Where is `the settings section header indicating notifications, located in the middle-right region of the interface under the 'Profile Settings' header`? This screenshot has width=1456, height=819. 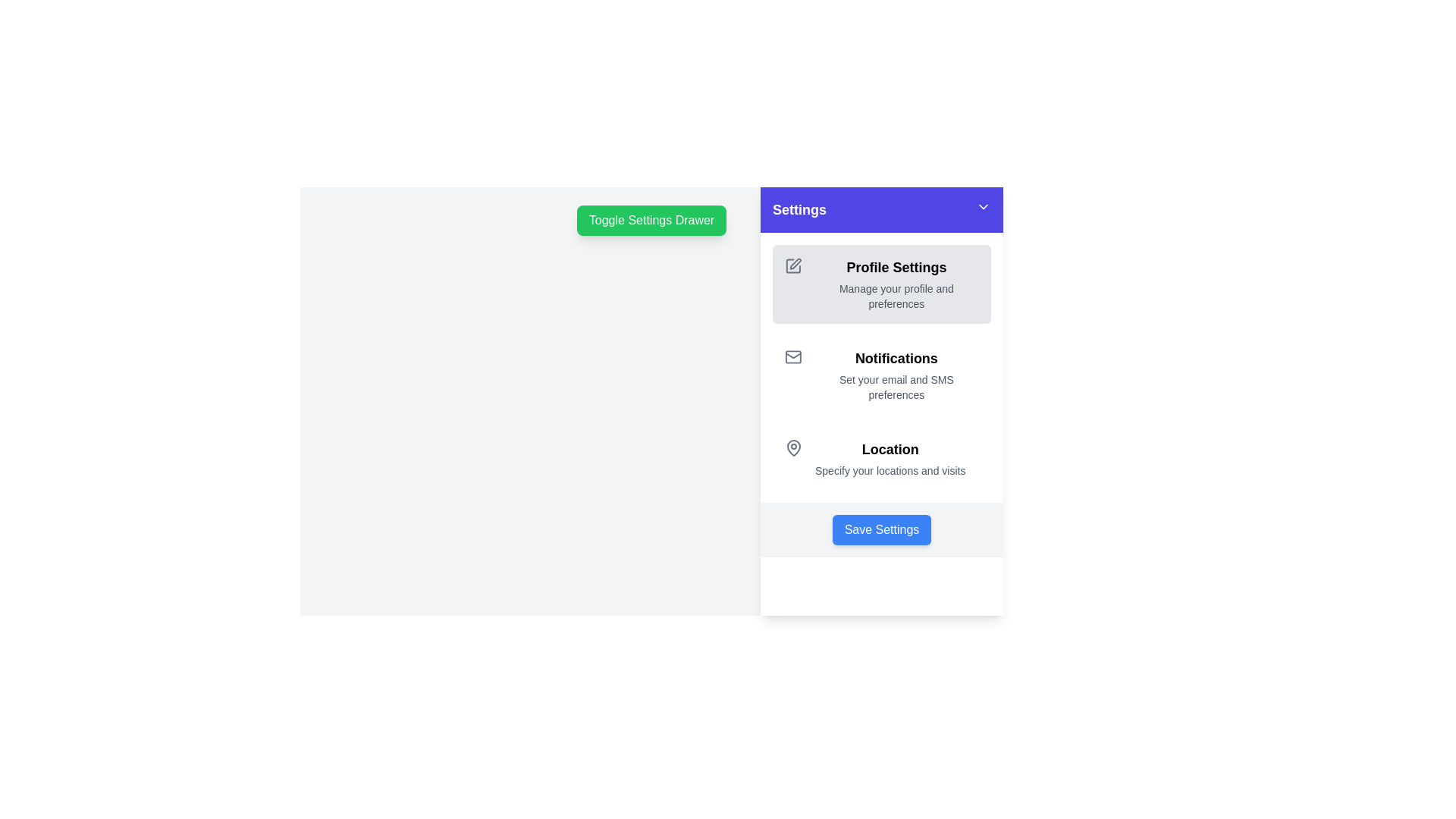
the settings section header indicating notifications, located in the middle-right region of the interface under the 'Profile Settings' header is located at coordinates (896, 359).